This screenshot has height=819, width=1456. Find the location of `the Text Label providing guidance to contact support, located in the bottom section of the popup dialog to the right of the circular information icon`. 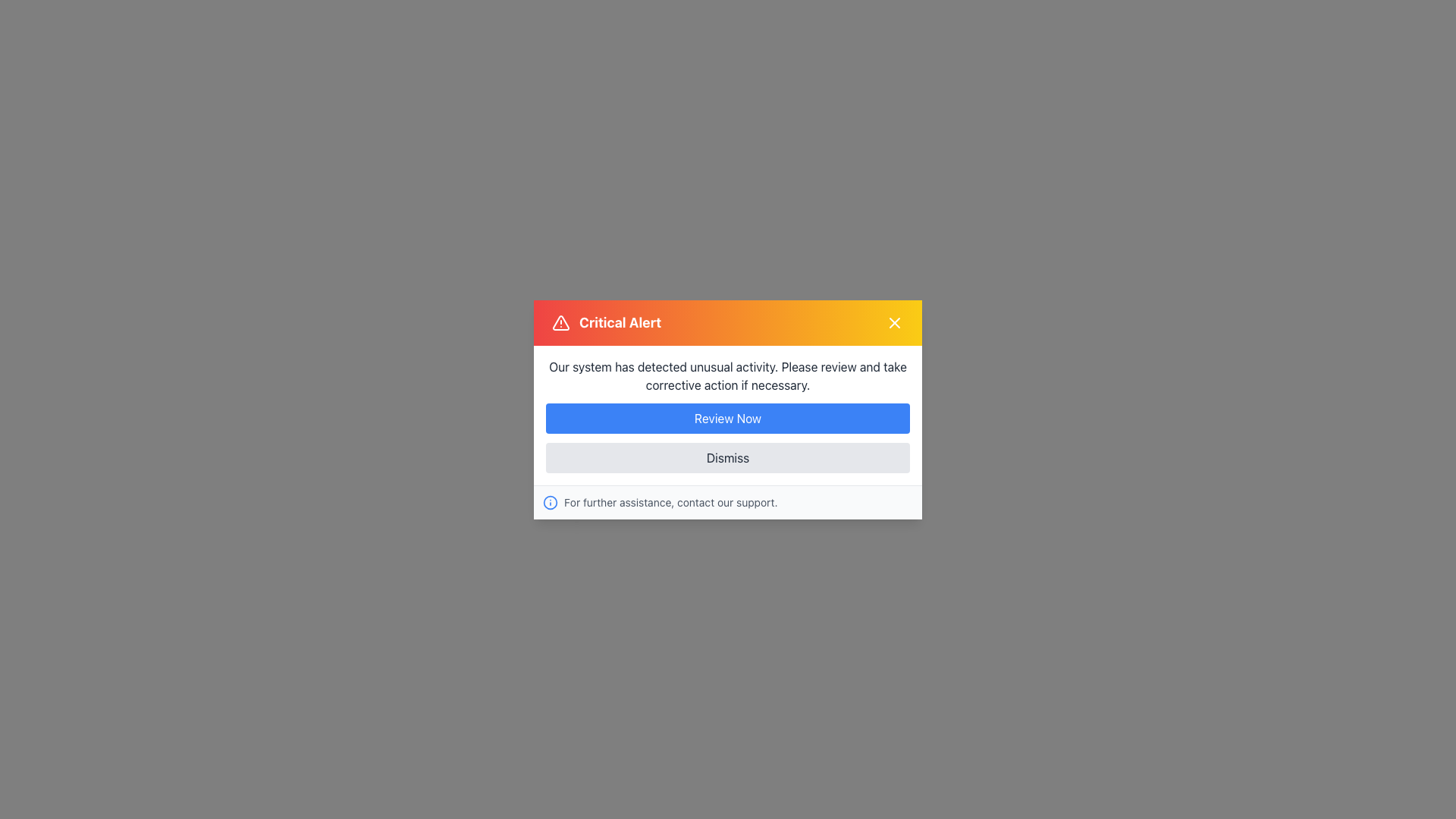

the Text Label providing guidance to contact support, located in the bottom section of the popup dialog to the right of the circular information icon is located at coordinates (670, 502).